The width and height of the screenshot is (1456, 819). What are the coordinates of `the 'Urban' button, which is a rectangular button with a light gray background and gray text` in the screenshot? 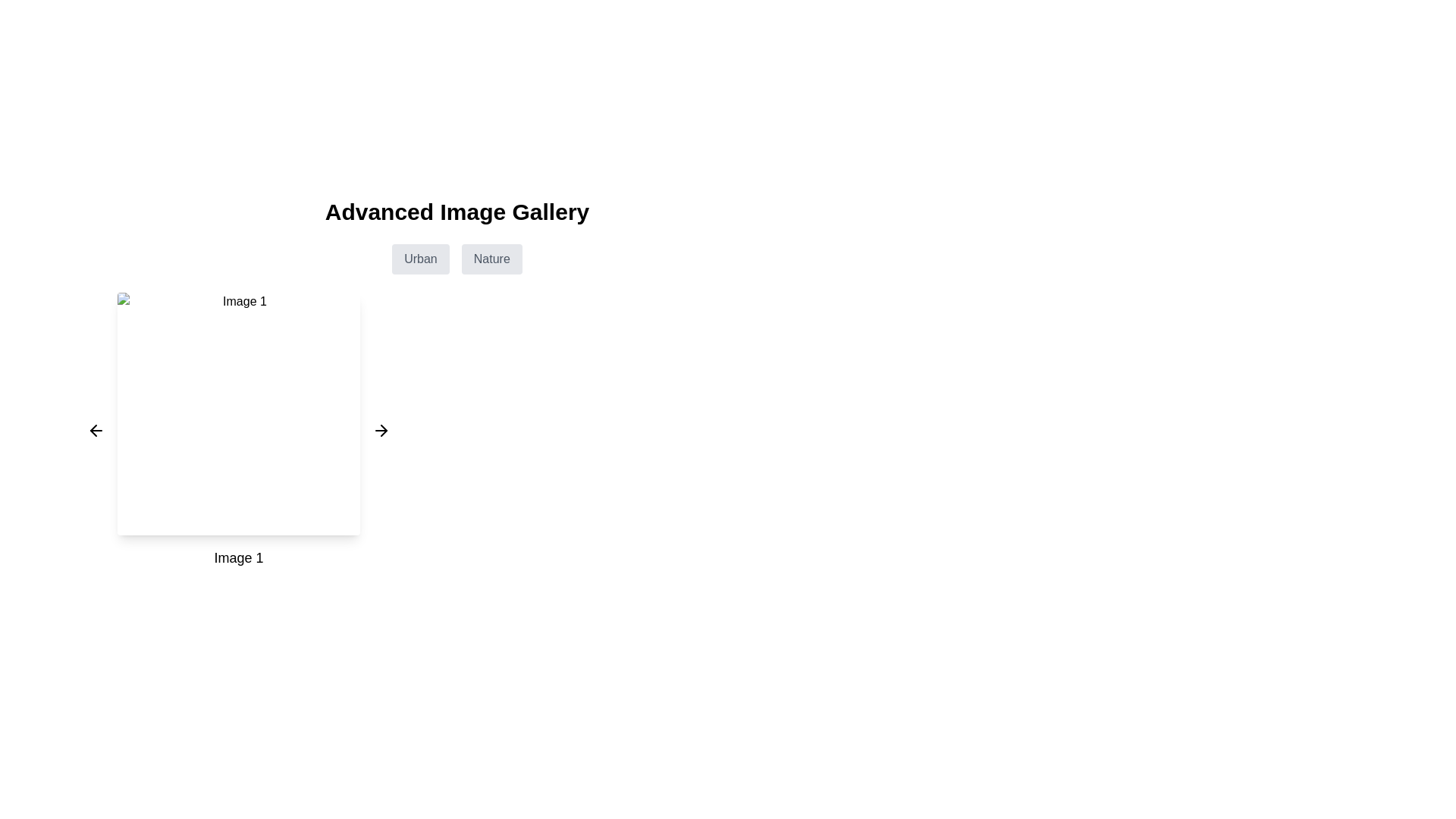 It's located at (421, 259).